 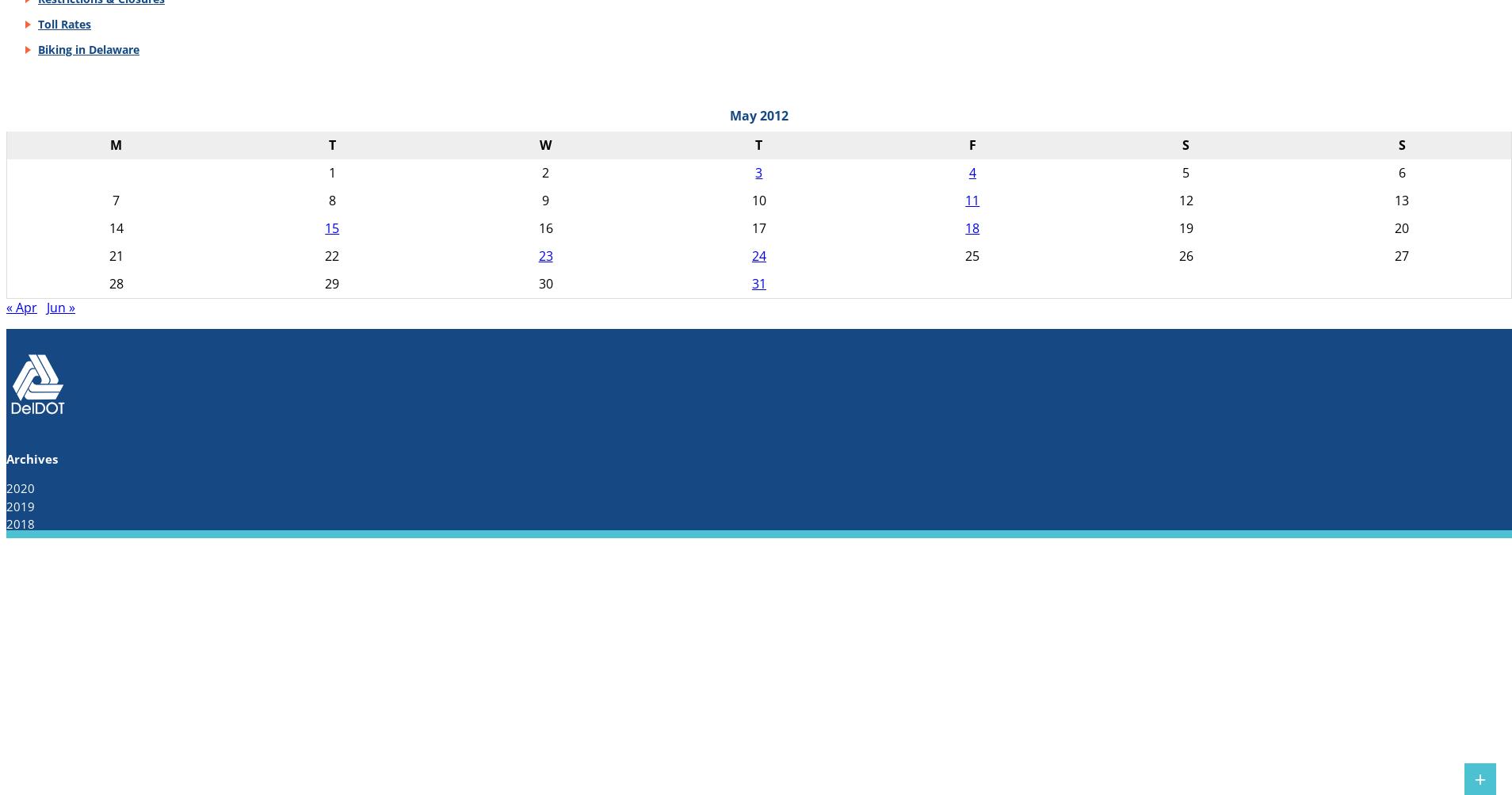 What do you see at coordinates (331, 172) in the screenshot?
I see `'1'` at bounding box center [331, 172].